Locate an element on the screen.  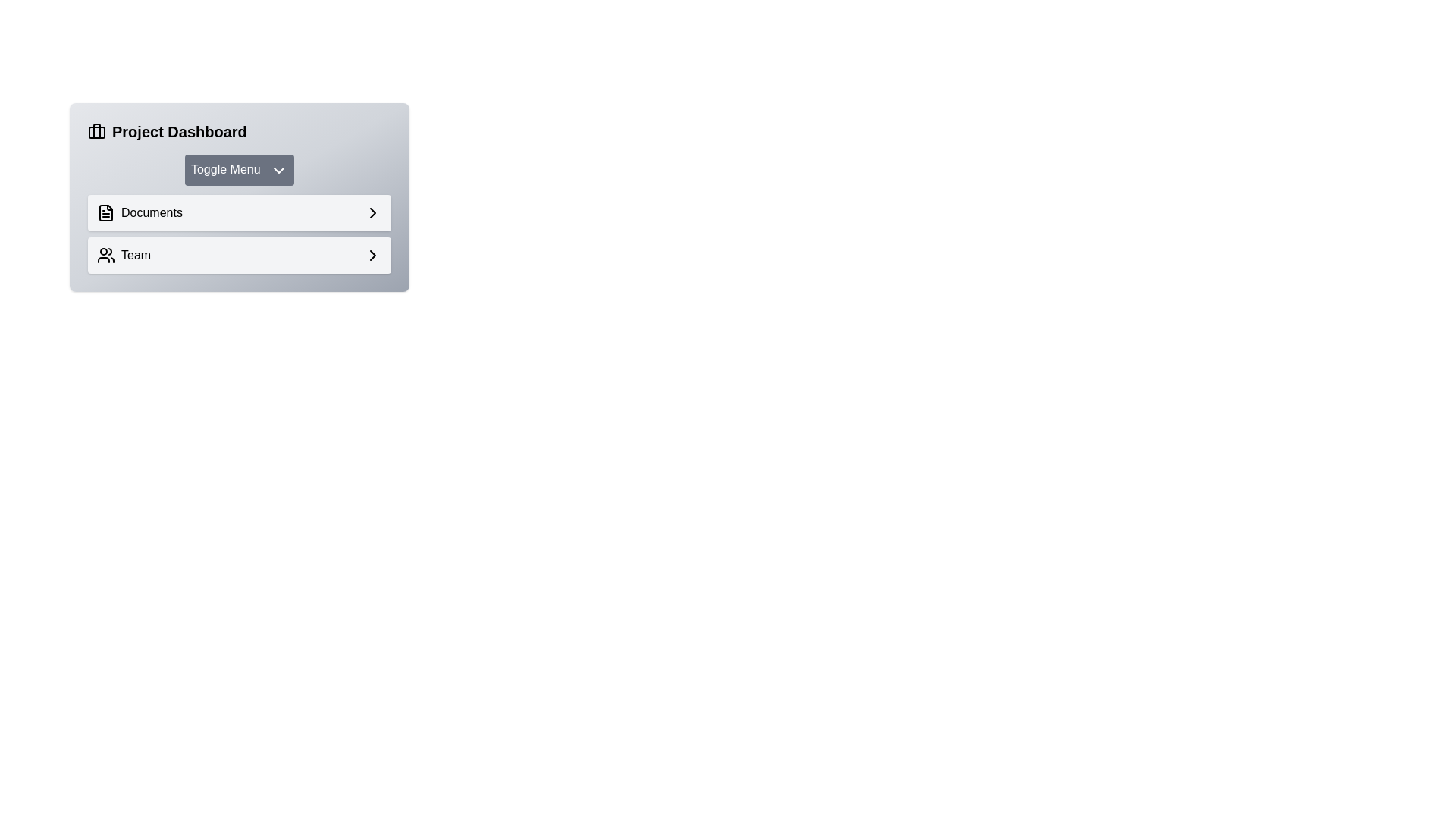
the 'Documents' icon located at the top-left section of the dashboard interface by moving the mouse cursor to it is located at coordinates (105, 212).